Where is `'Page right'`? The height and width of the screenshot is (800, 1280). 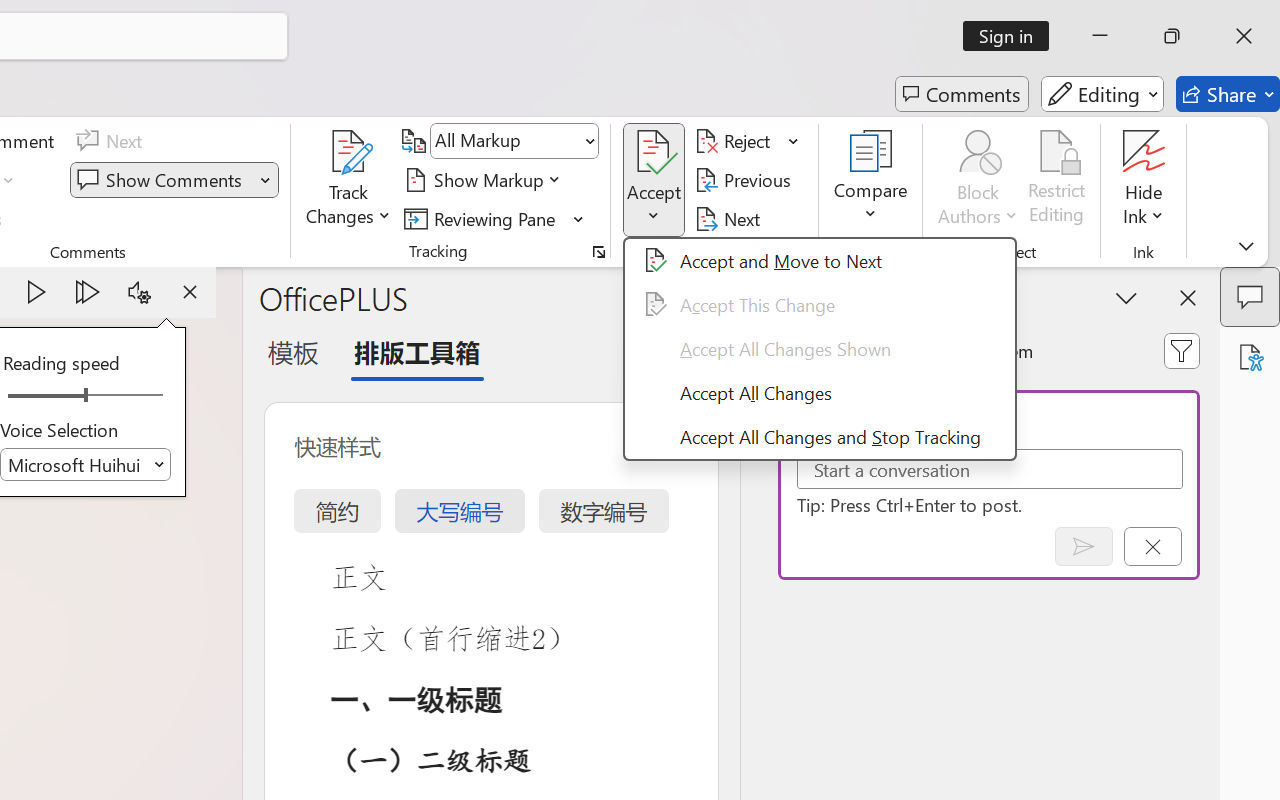 'Page right' is located at coordinates (128, 395).